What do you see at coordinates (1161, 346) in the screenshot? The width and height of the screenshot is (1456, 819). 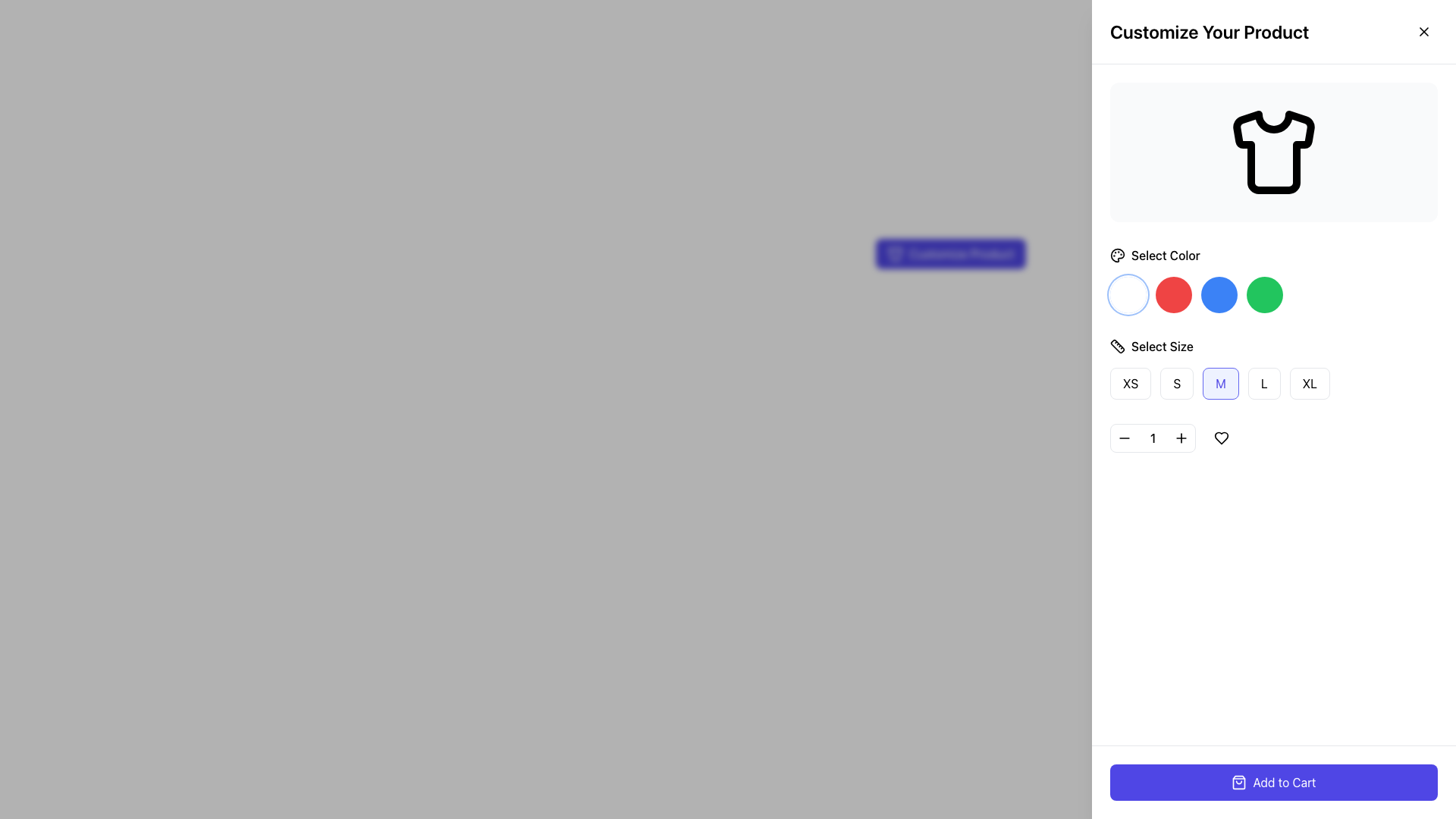 I see `the 'Select Size' text label, which is displayed in a medium-weight font and is located next to a small ruler icon on the right pane, below the color selection section` at bounding box center [1161, 346].